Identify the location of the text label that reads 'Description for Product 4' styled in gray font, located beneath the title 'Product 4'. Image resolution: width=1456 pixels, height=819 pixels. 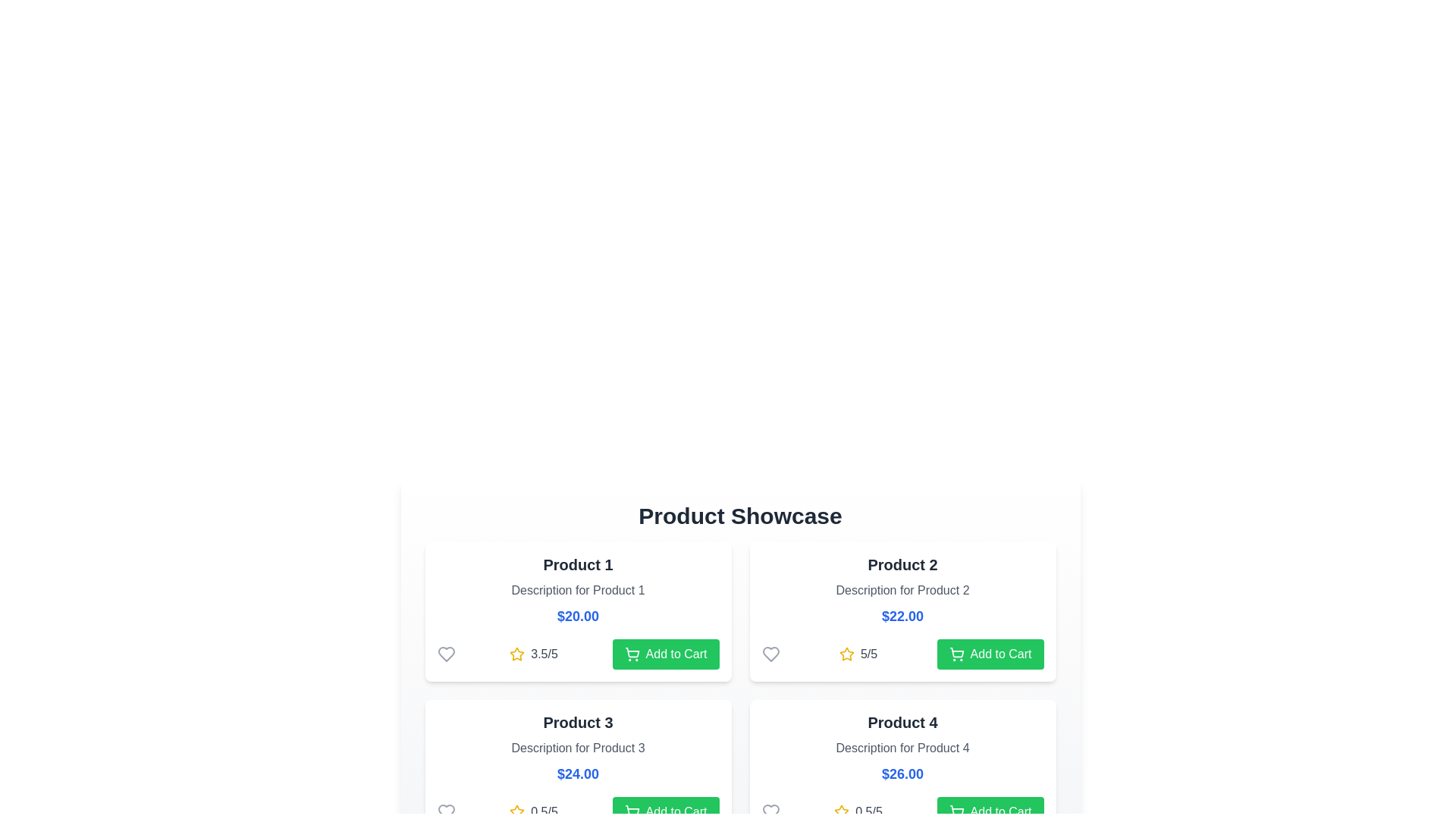
(902, 748).